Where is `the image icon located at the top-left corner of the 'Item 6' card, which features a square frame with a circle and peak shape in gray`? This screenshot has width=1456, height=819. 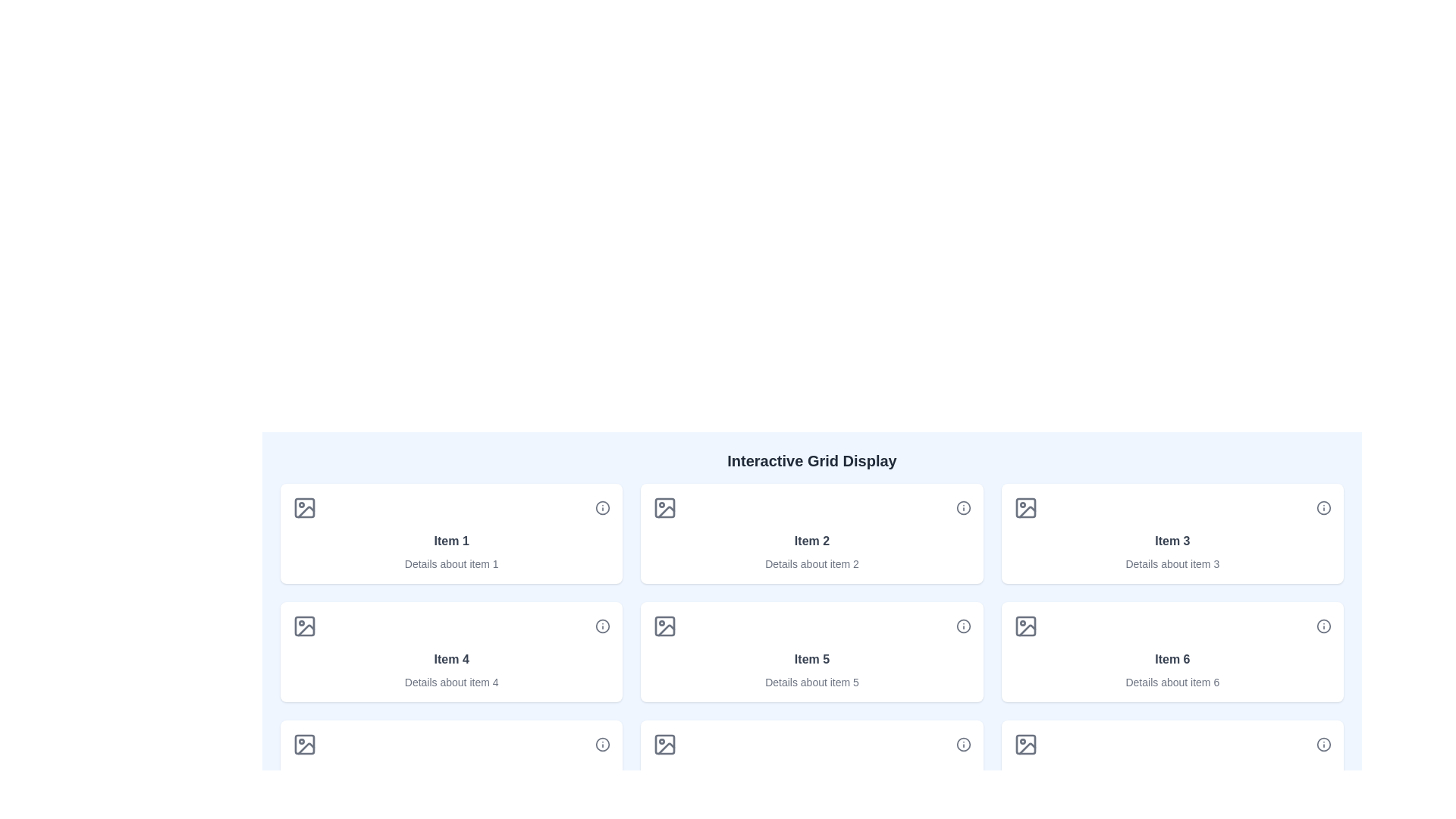 the image icon located at the top-left corner of the 'Item 6' card, which features a square frame with a circle and peak shape in gray is located at coordinates (1025, 626).